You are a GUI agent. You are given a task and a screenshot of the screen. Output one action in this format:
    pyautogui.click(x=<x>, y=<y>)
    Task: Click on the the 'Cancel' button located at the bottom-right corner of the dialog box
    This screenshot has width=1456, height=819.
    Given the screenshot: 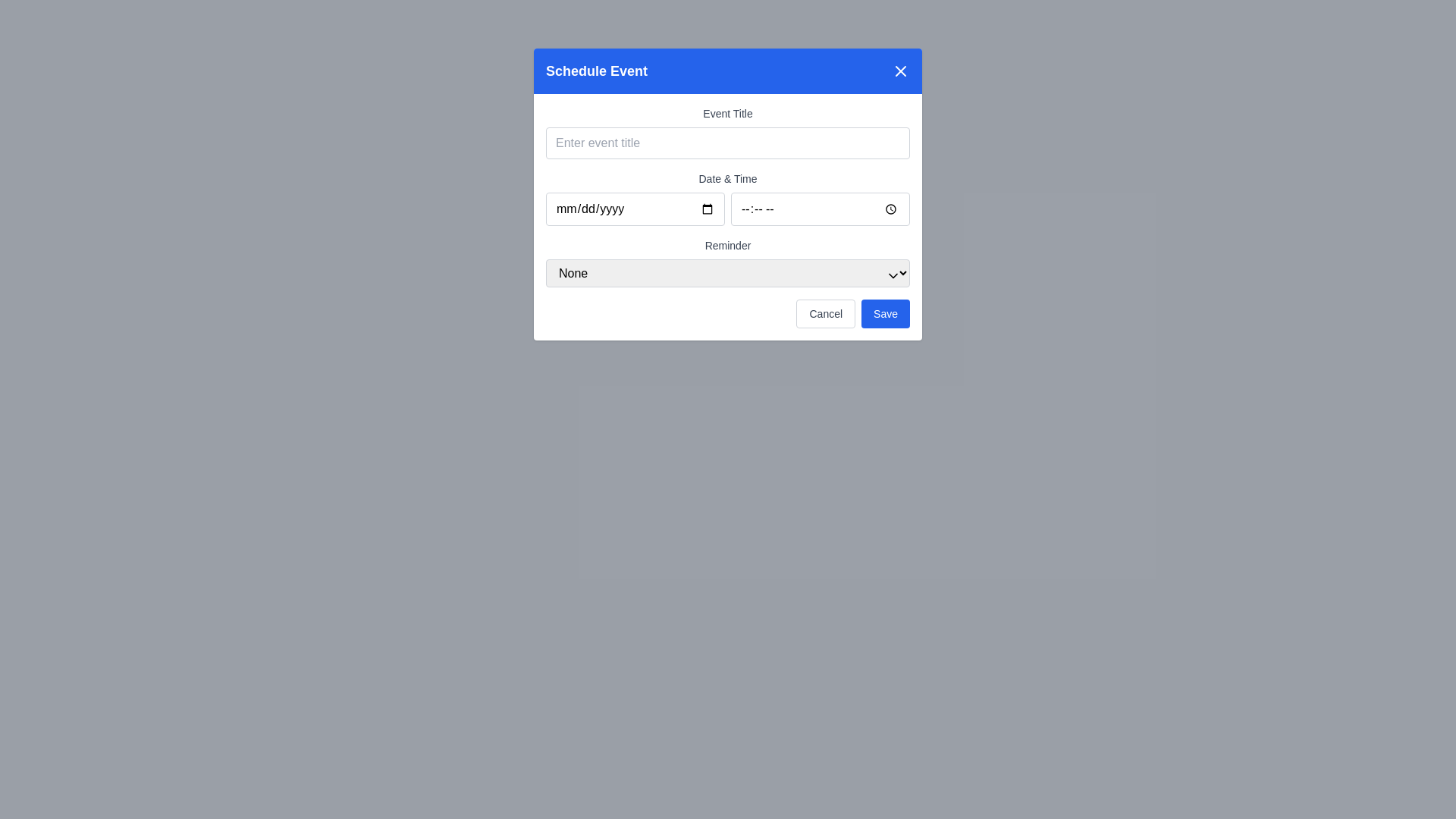 What is the action you would take?
    pyautogui.click(x=825, y=312)
    